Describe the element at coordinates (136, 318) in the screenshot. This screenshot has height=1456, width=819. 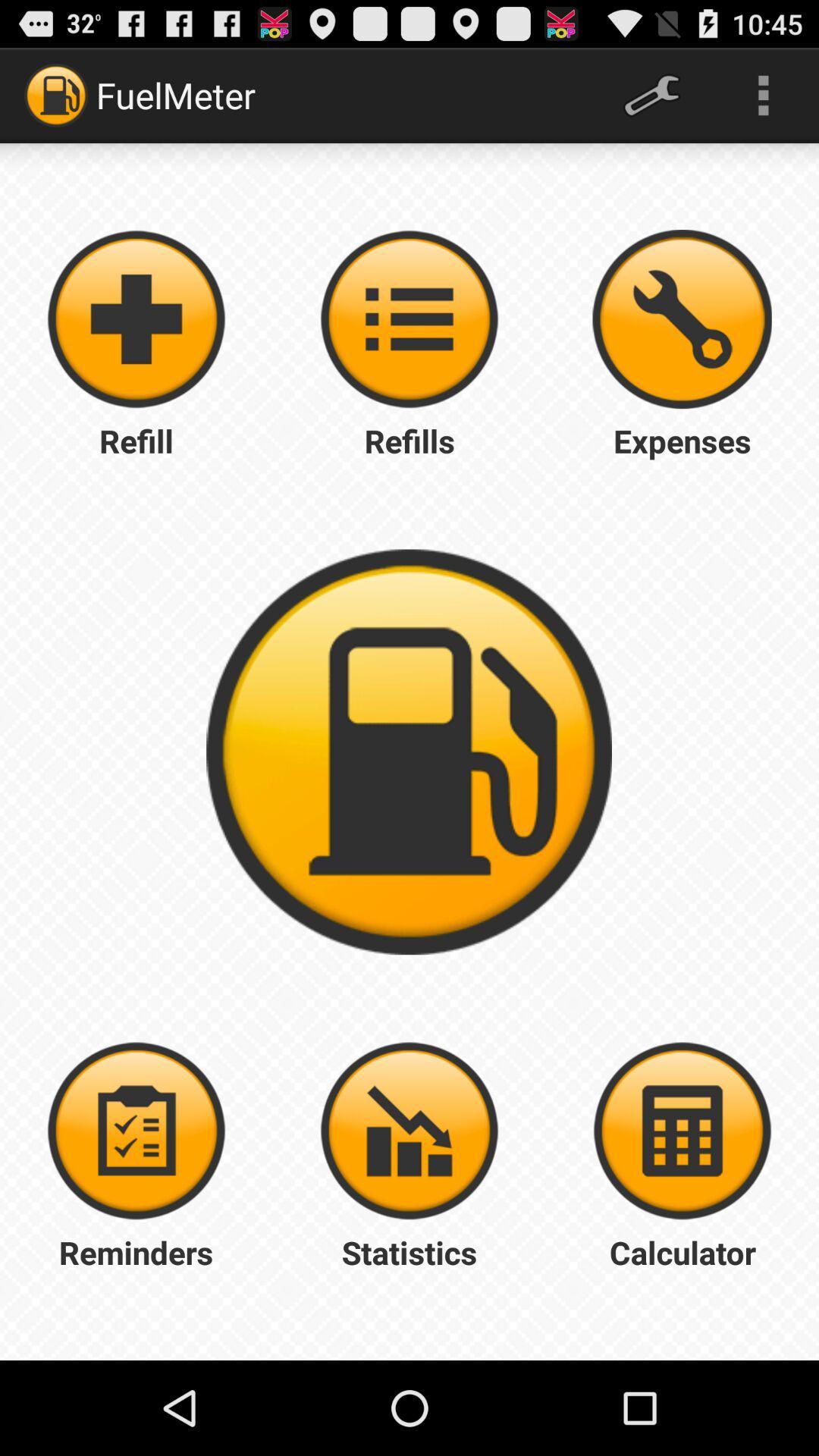
I see `fuel` at that location.